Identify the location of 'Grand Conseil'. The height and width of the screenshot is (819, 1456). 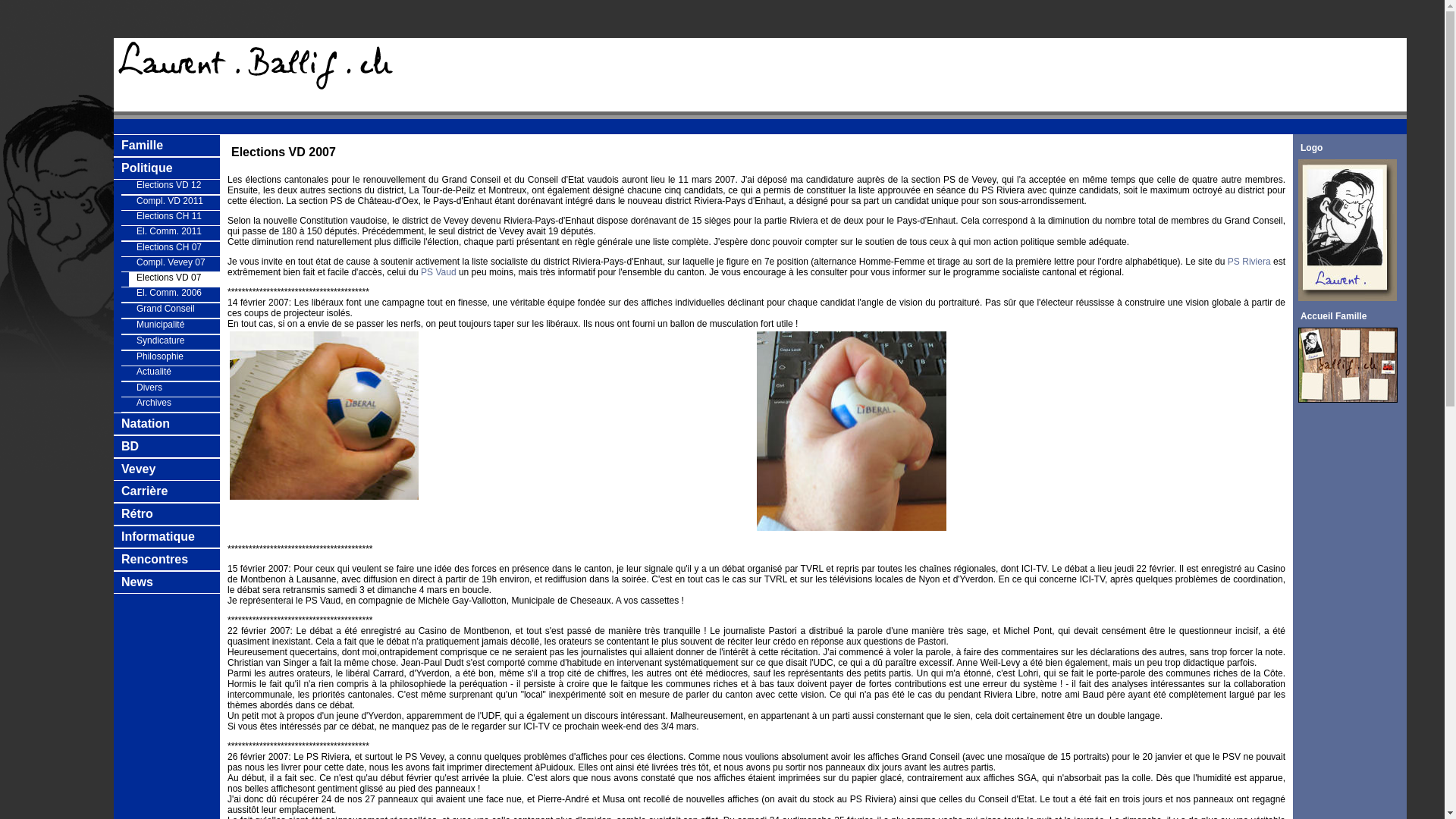
(174, 309).